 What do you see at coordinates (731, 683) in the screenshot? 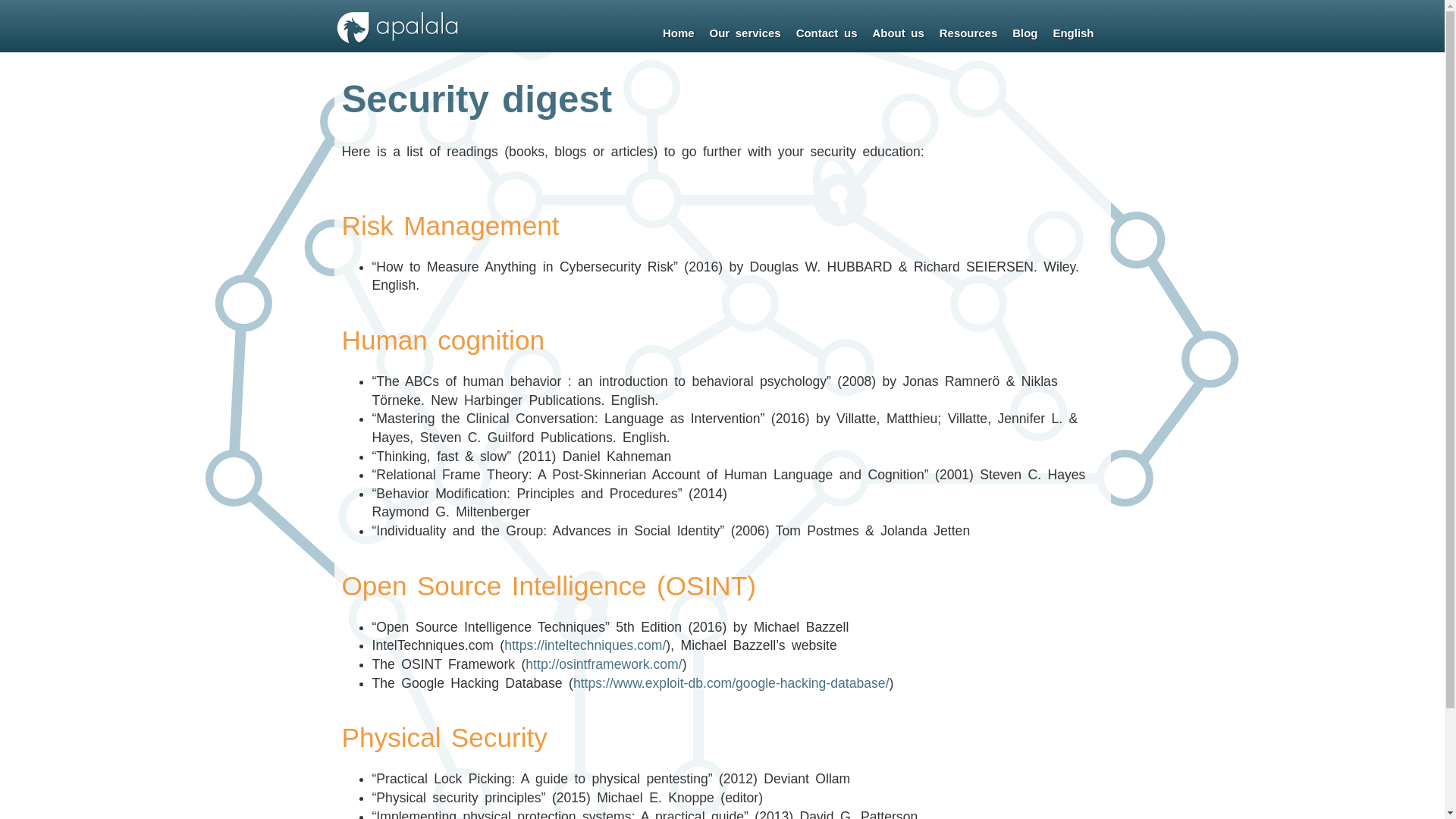
I see `'https://www.exploit-db.com/google-hacking-database/'` at bounding box center [731, 683].